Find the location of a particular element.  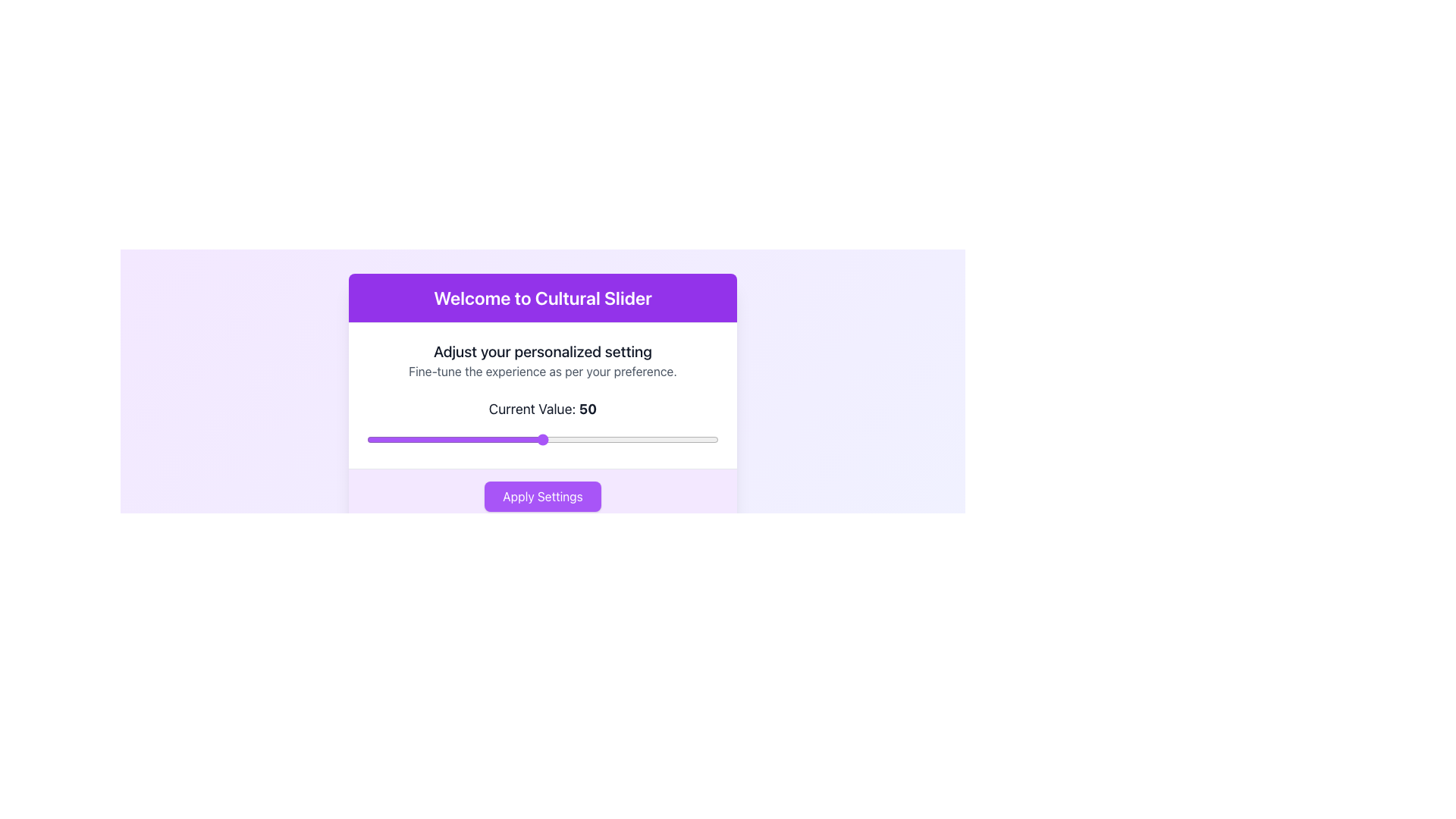

the slider is located at coordinates (395, 439).